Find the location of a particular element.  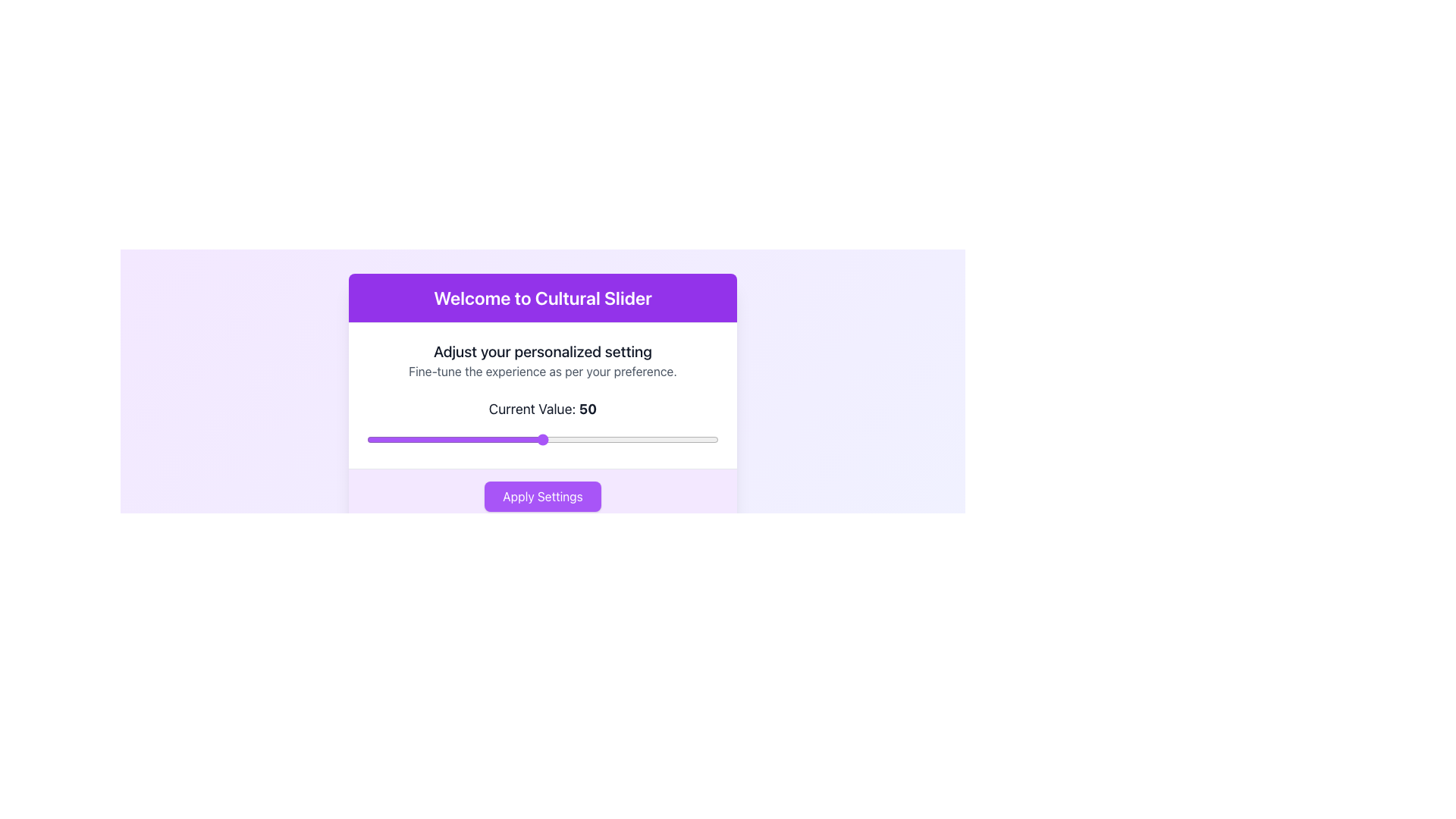

the slider is located at coordinates (395, 439).